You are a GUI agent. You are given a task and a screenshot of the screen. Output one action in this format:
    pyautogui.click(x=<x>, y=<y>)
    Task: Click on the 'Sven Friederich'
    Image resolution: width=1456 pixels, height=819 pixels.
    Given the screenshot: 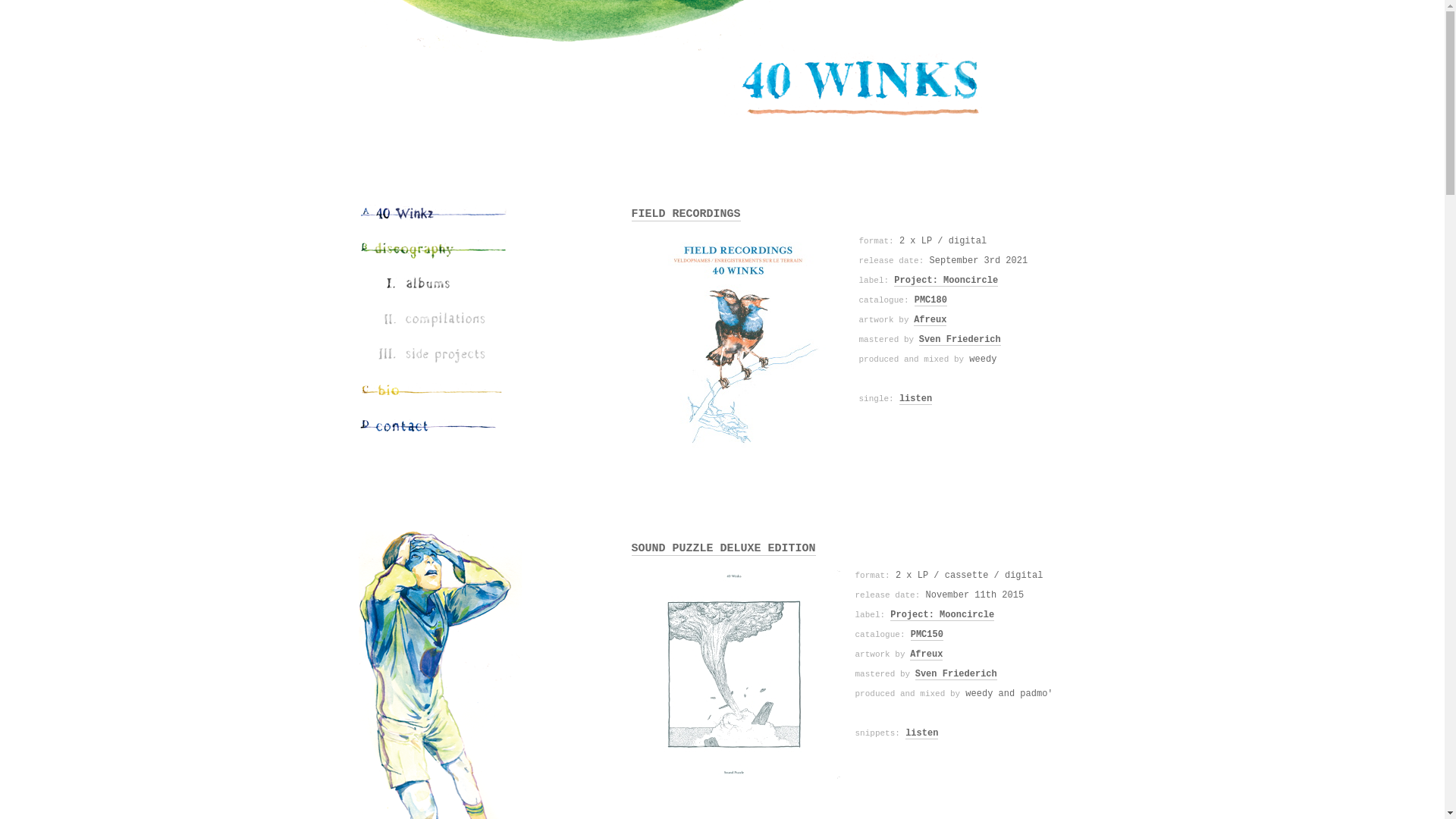 What is the action you would take?
    pyautogui.click(x=914, y=673)
    